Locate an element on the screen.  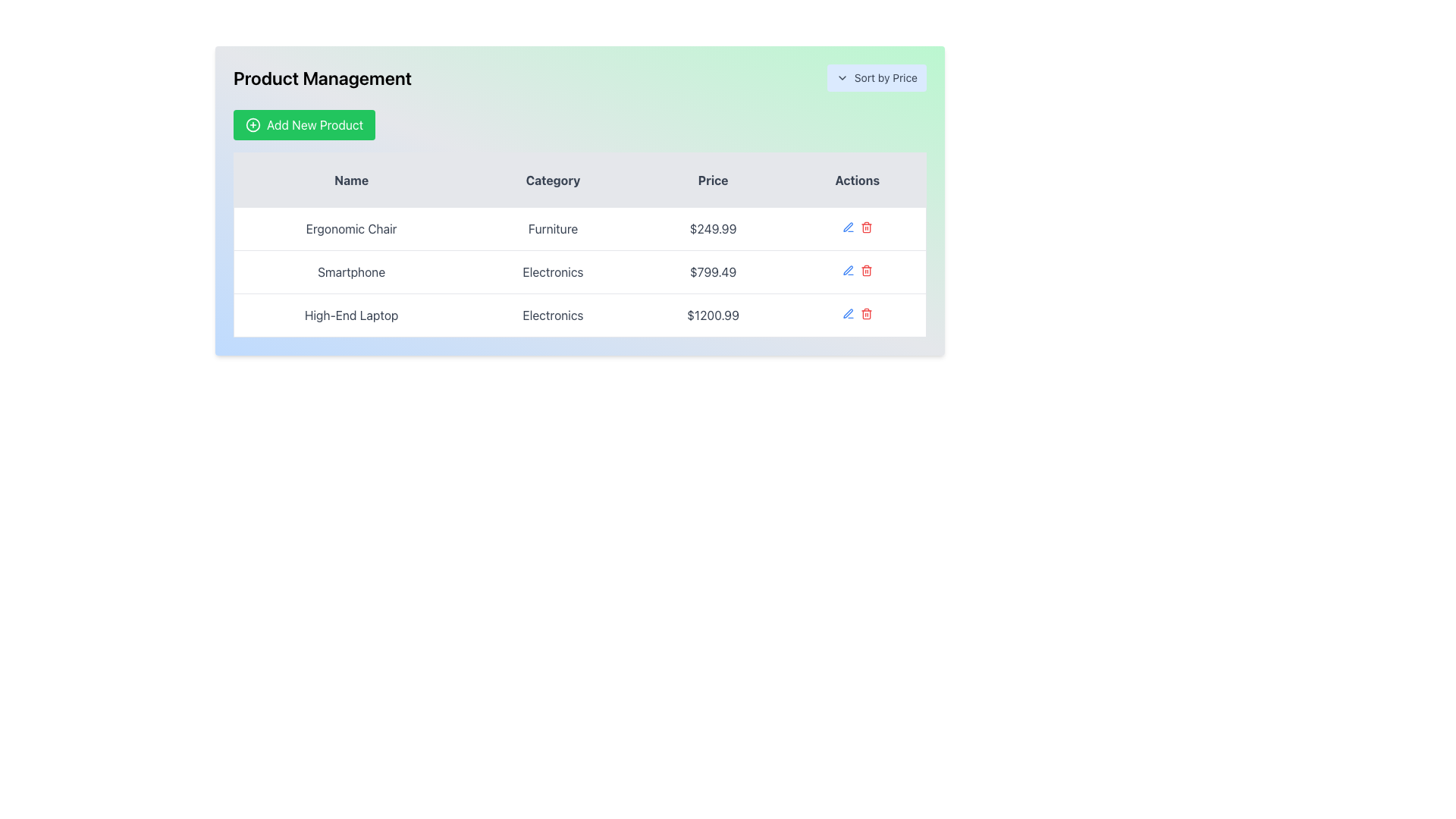
the static text label displaying the price '$1200.99' in the 'Price' column of the last row corresponding to 'High-End Laptop' is located at coordinates (712, 315).